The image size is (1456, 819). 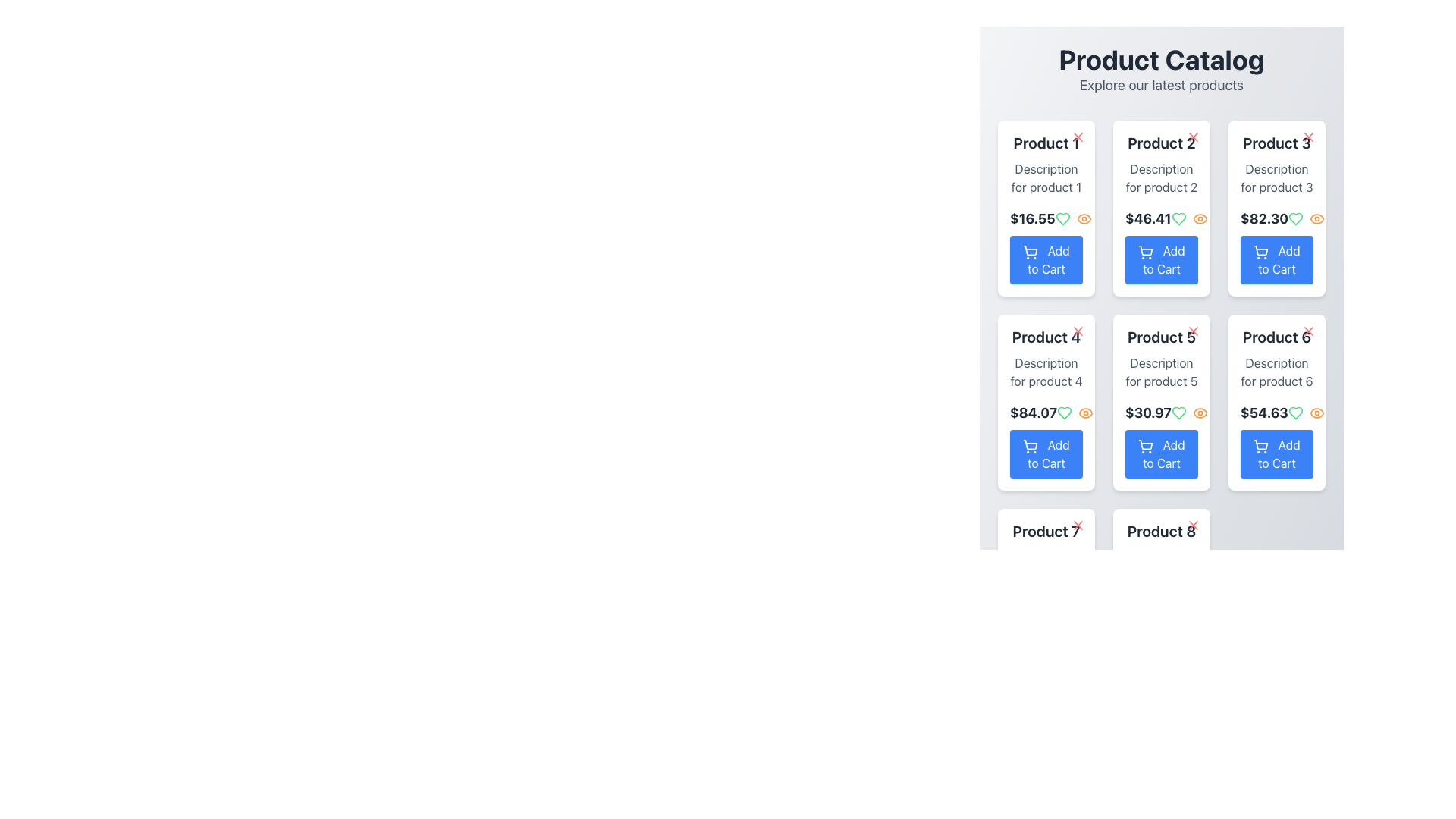 What do you see at coordinates (1031, 249) in the screenshot?
I see `the appearance of the blue shopping cart icon within the 'Add to Cart' button located under 'Product 1' in the Product Catalog interface` at bounding box center [1031, 249].